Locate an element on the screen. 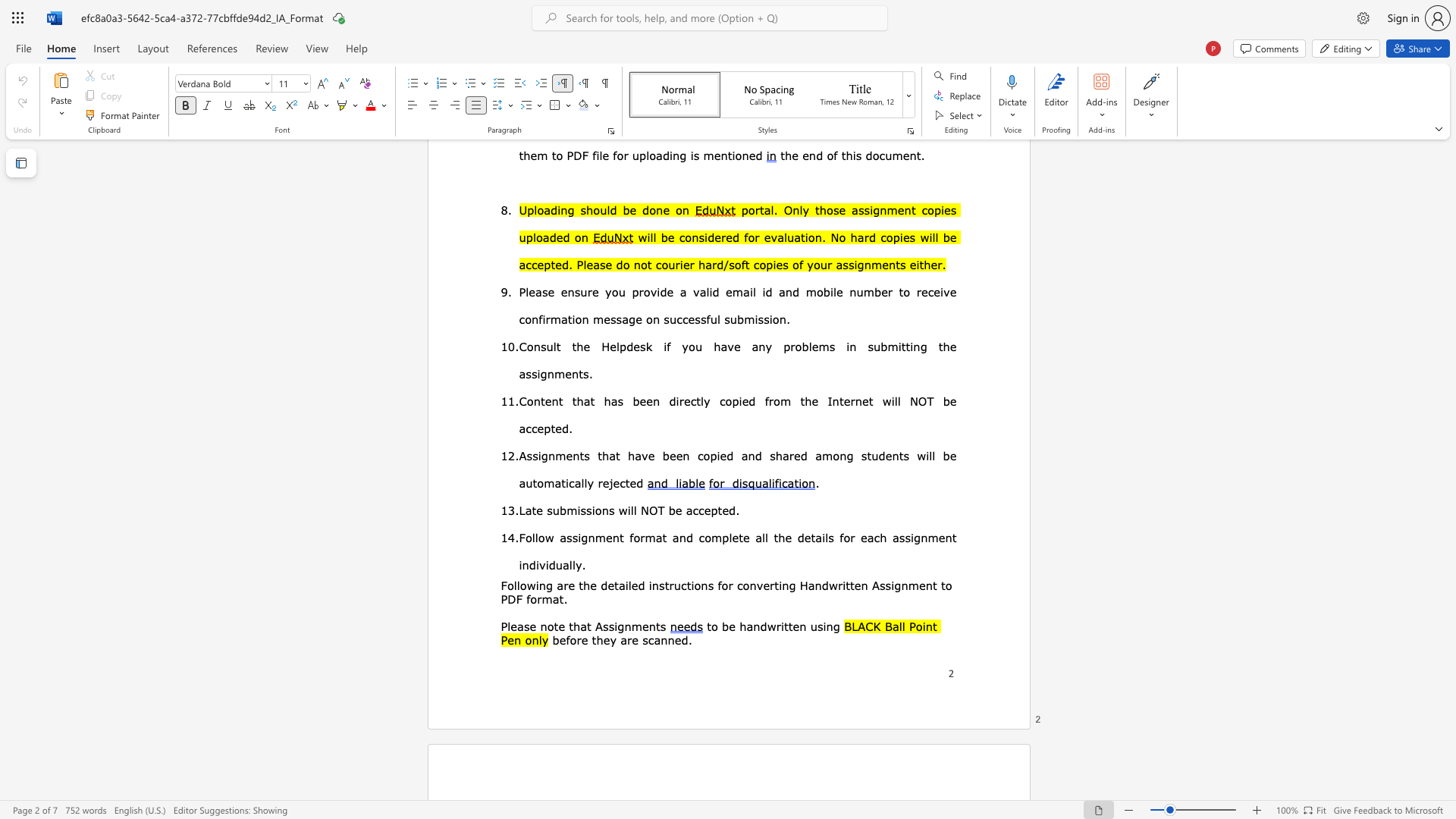 The height and width of the screenshot is (819, 1456). the subset text "en" within the text "Handwritten Assignment" is located at coordinates (918, 584).